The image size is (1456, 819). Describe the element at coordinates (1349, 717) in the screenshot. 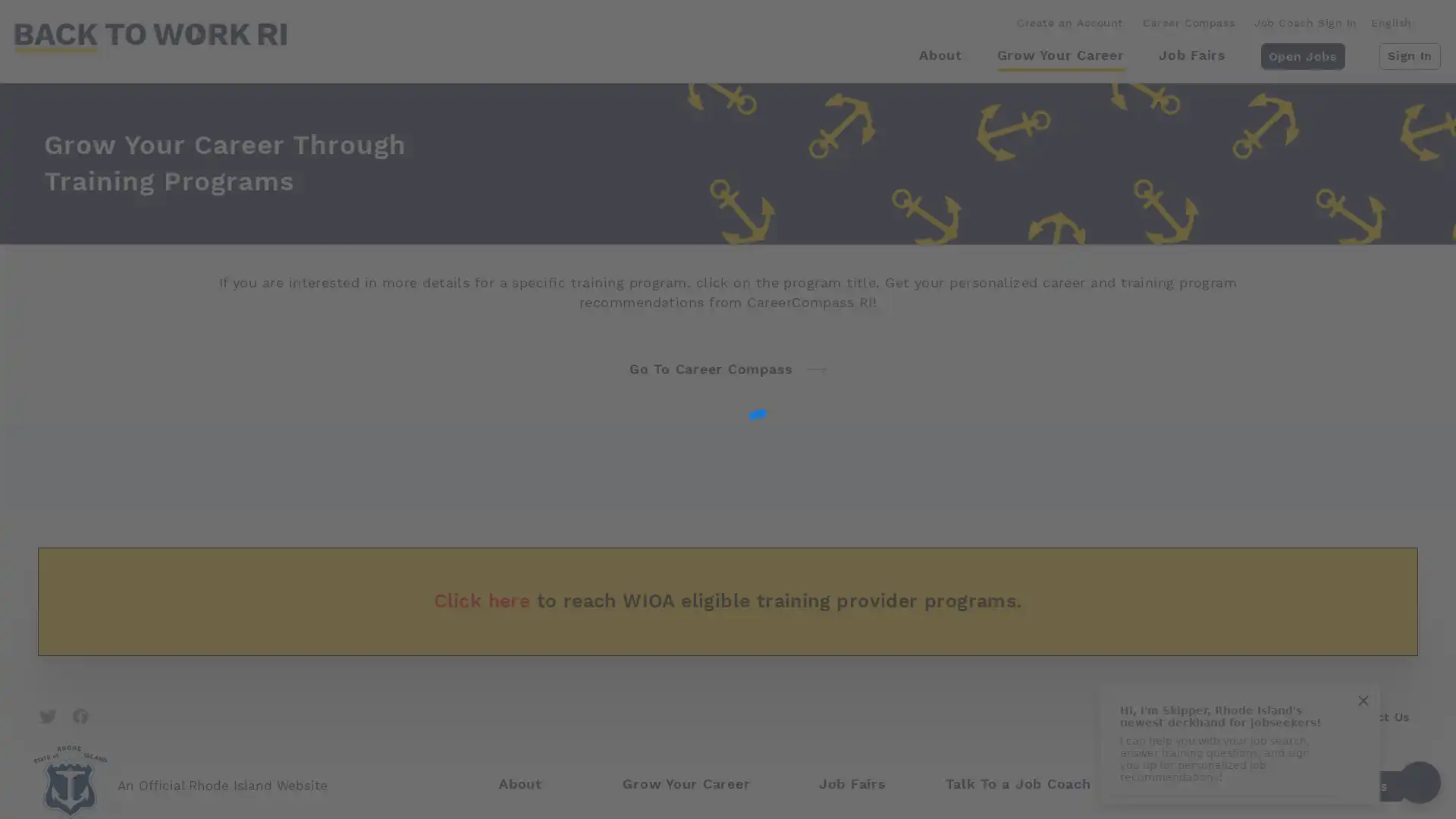

I see `not favorite Favorite` at that location.